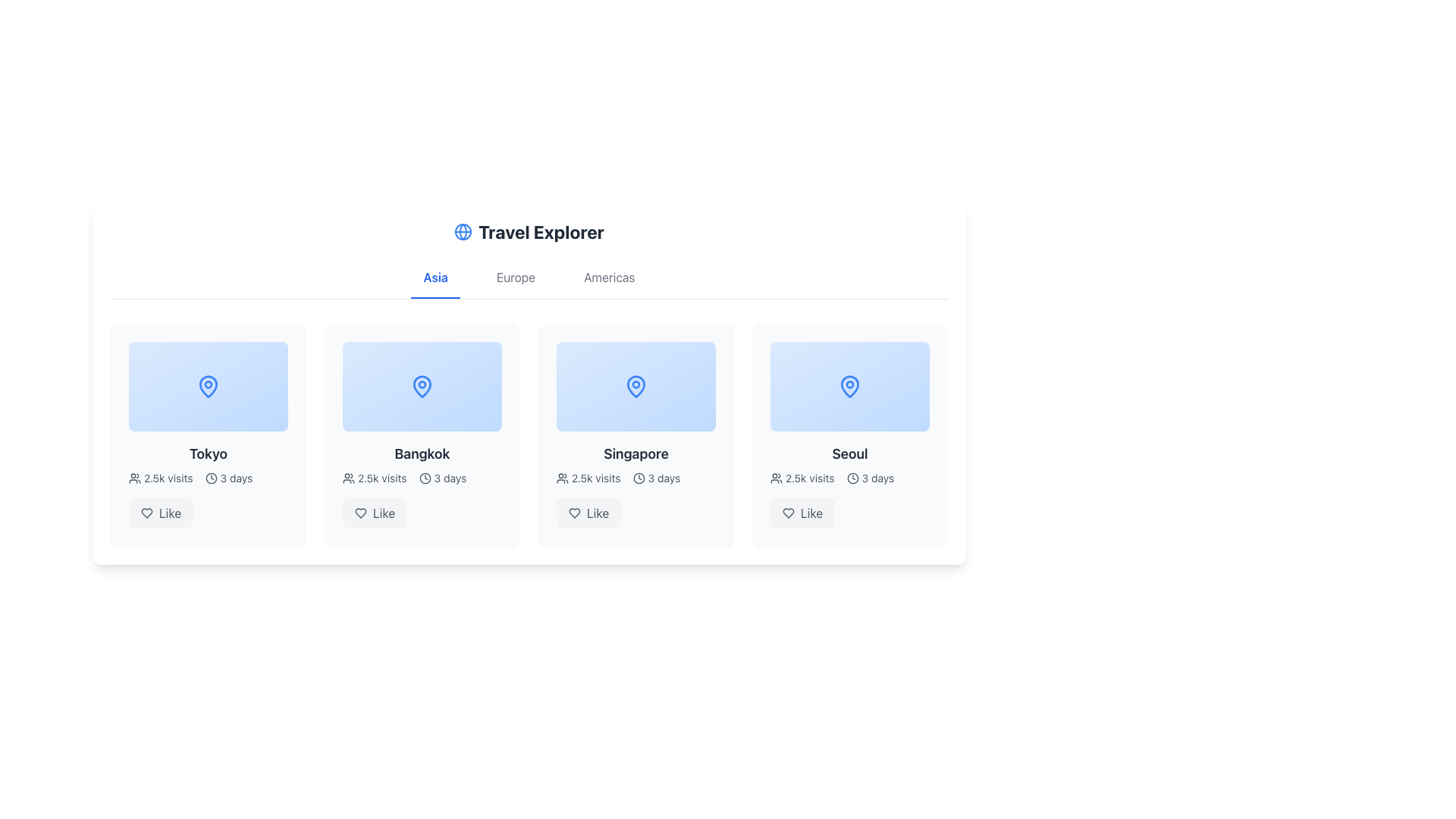 This screenshot has height=819, width=1456. What do you see at coordinates (441, 479) in the screenshot?
I see `the text element that indicates the duration or time frame associated with the 'Bangkok' location, which is located at the bottom-right corner of the 'Bangkok' card in the 'Asia' section of the 'Travel Explorer' interface` at bounding box center [441, 479].